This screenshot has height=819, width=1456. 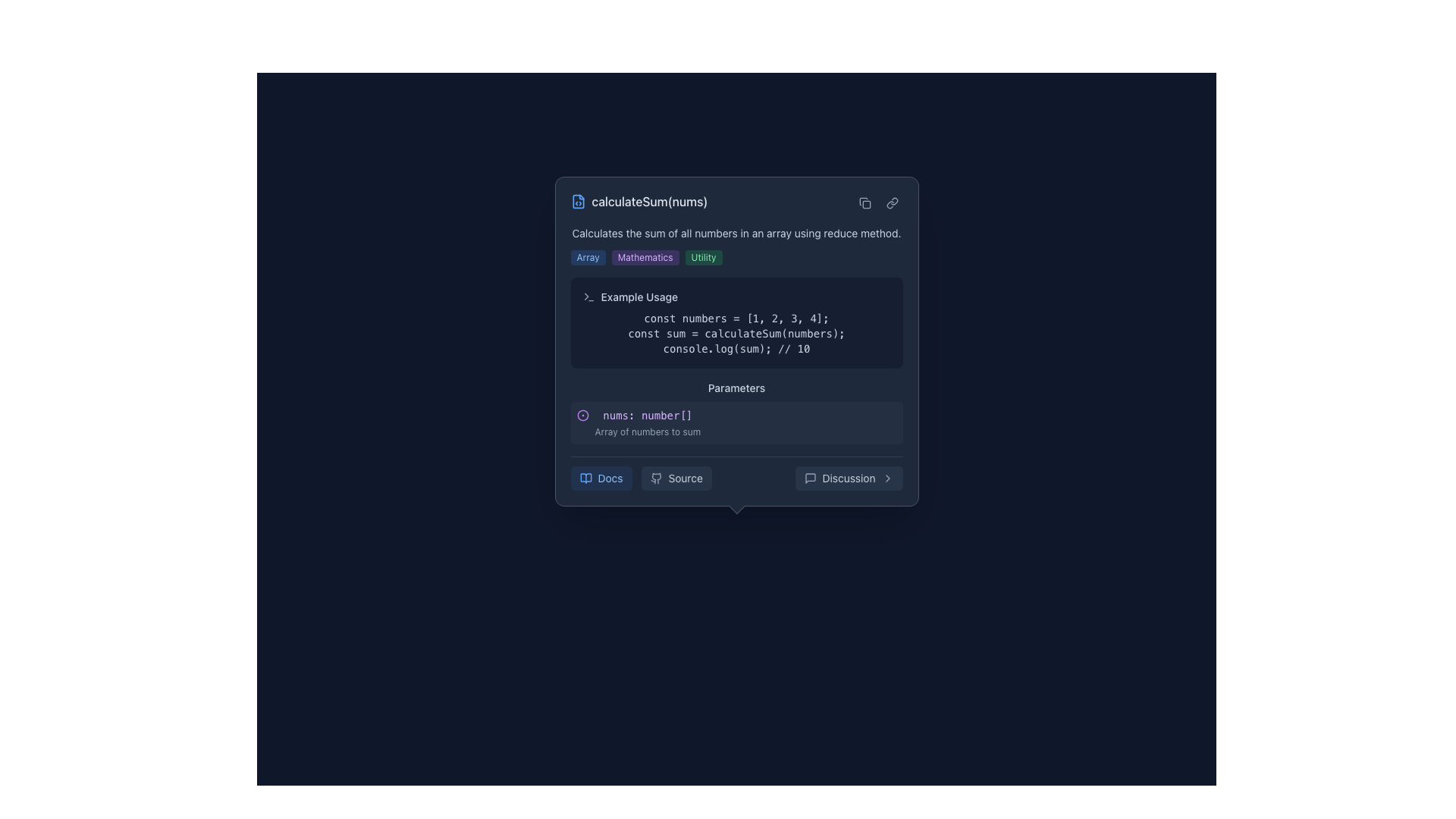 I want to click on the button located at the top right corner of the smaller card component, which is the second button in a horizontal row, so click(x=892, y=202).